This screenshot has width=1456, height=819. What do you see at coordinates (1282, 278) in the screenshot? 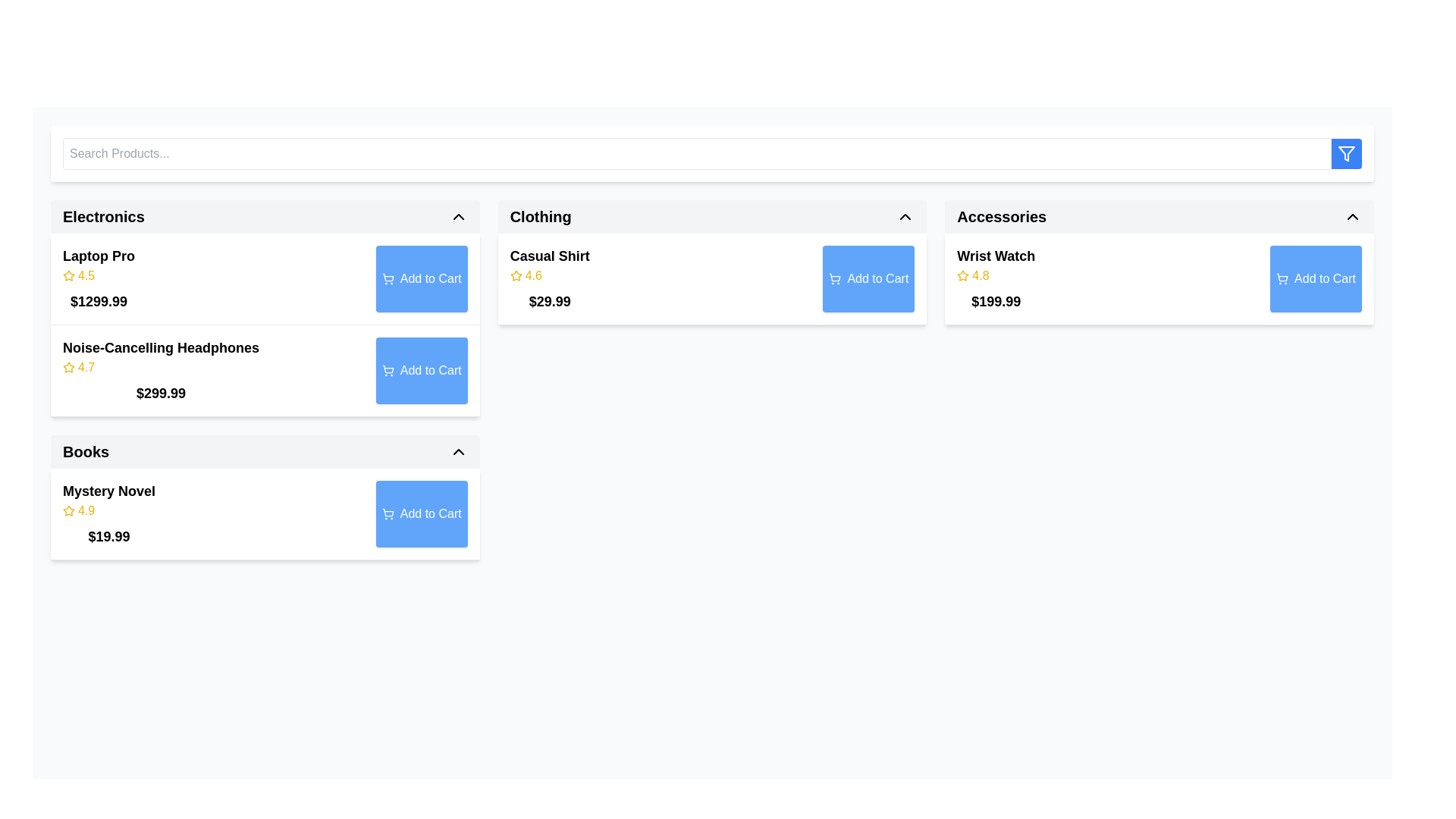
I see `the 'Add to Cart' button which contains the shopping cart icon for the 'Wrist Watch' product in the 'Accessories' section` at bounding box center [1282, 278].